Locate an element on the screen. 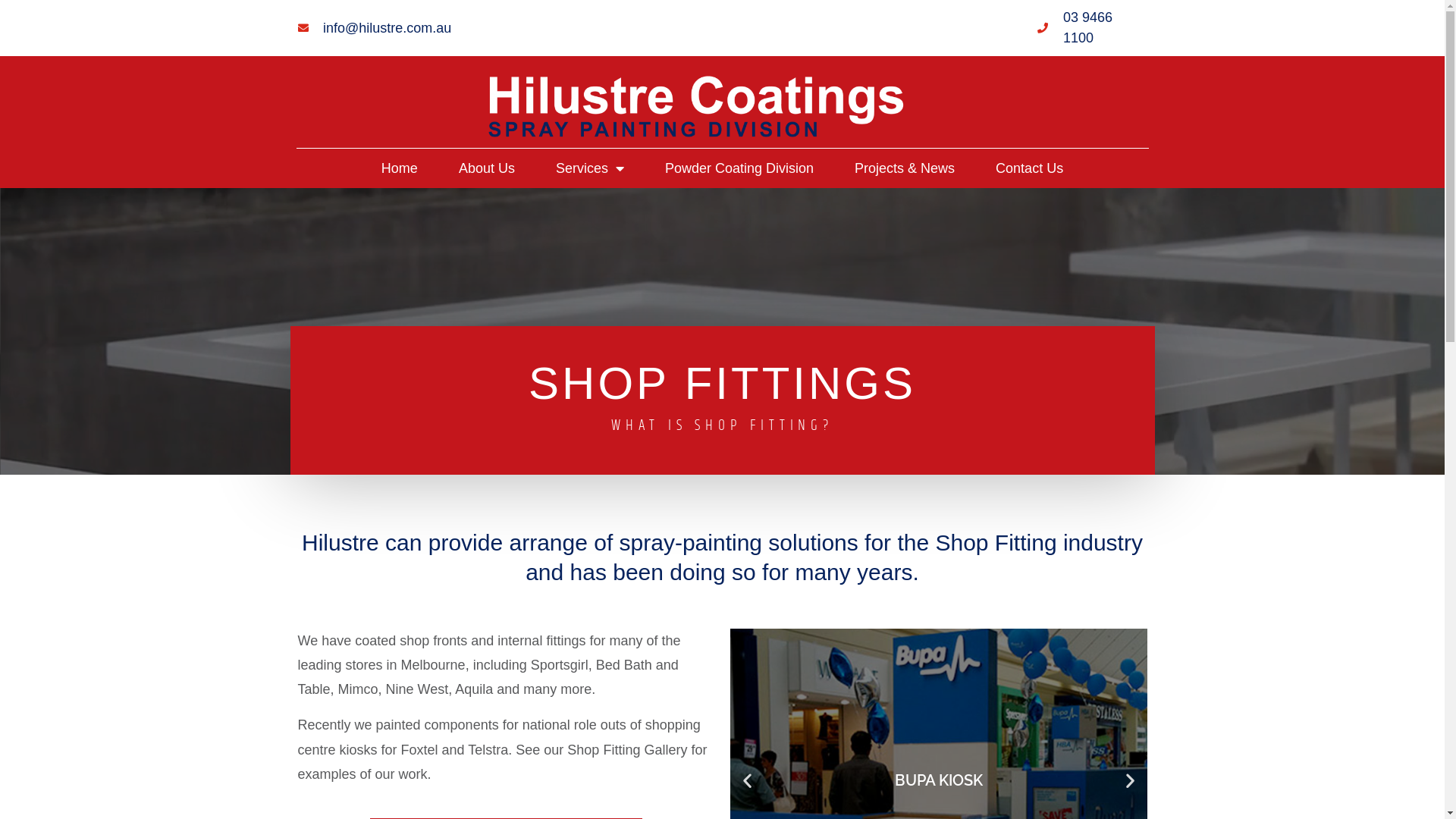  'info@hilustre.com.au' is located at coordinates (374, 28).